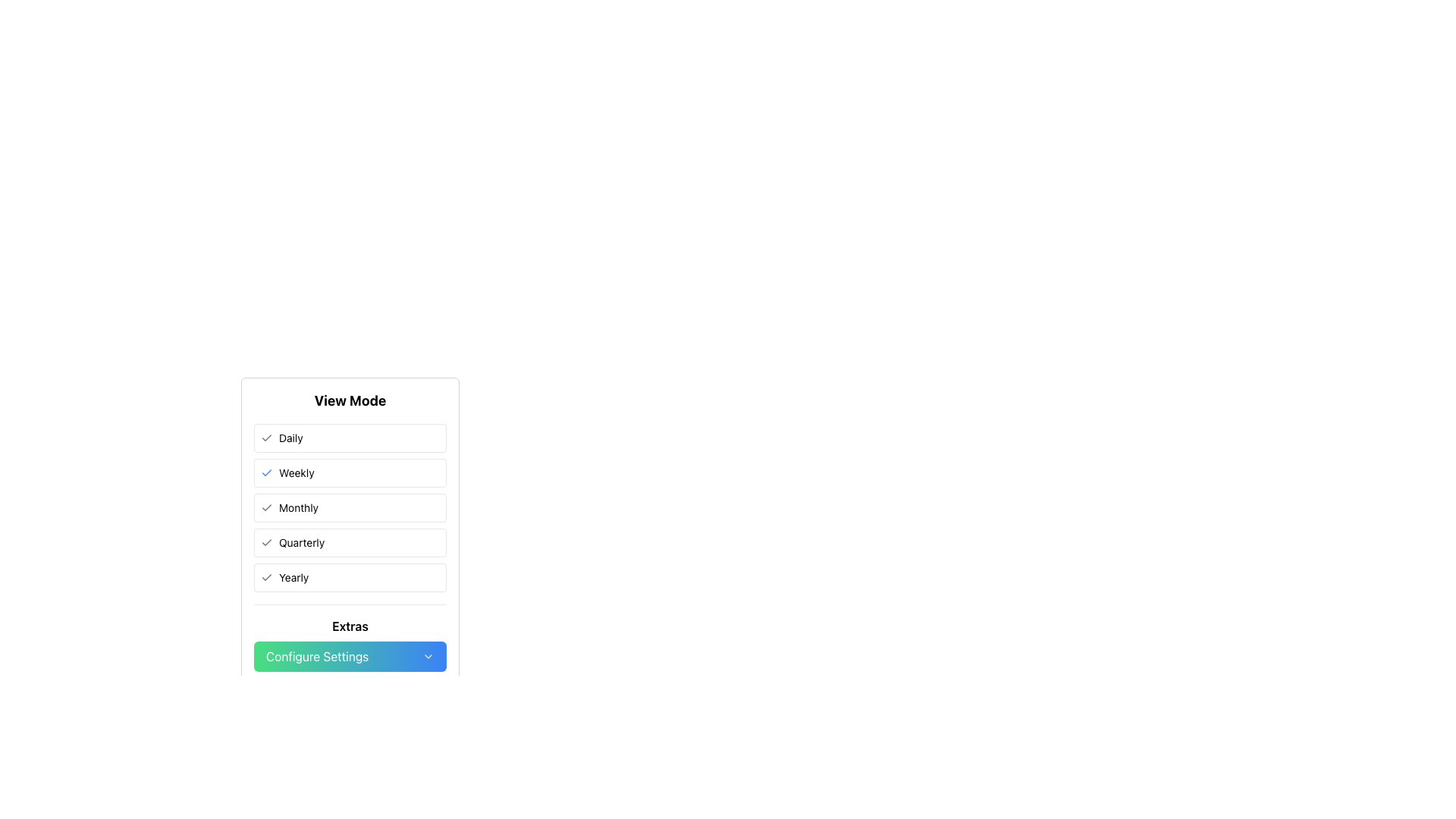 This screenshot has width=1456, height=819. I want to click on the chevron icon indicating the presence of an expandable menu associated with the 'Configure Settings' button, so click(428, 656).